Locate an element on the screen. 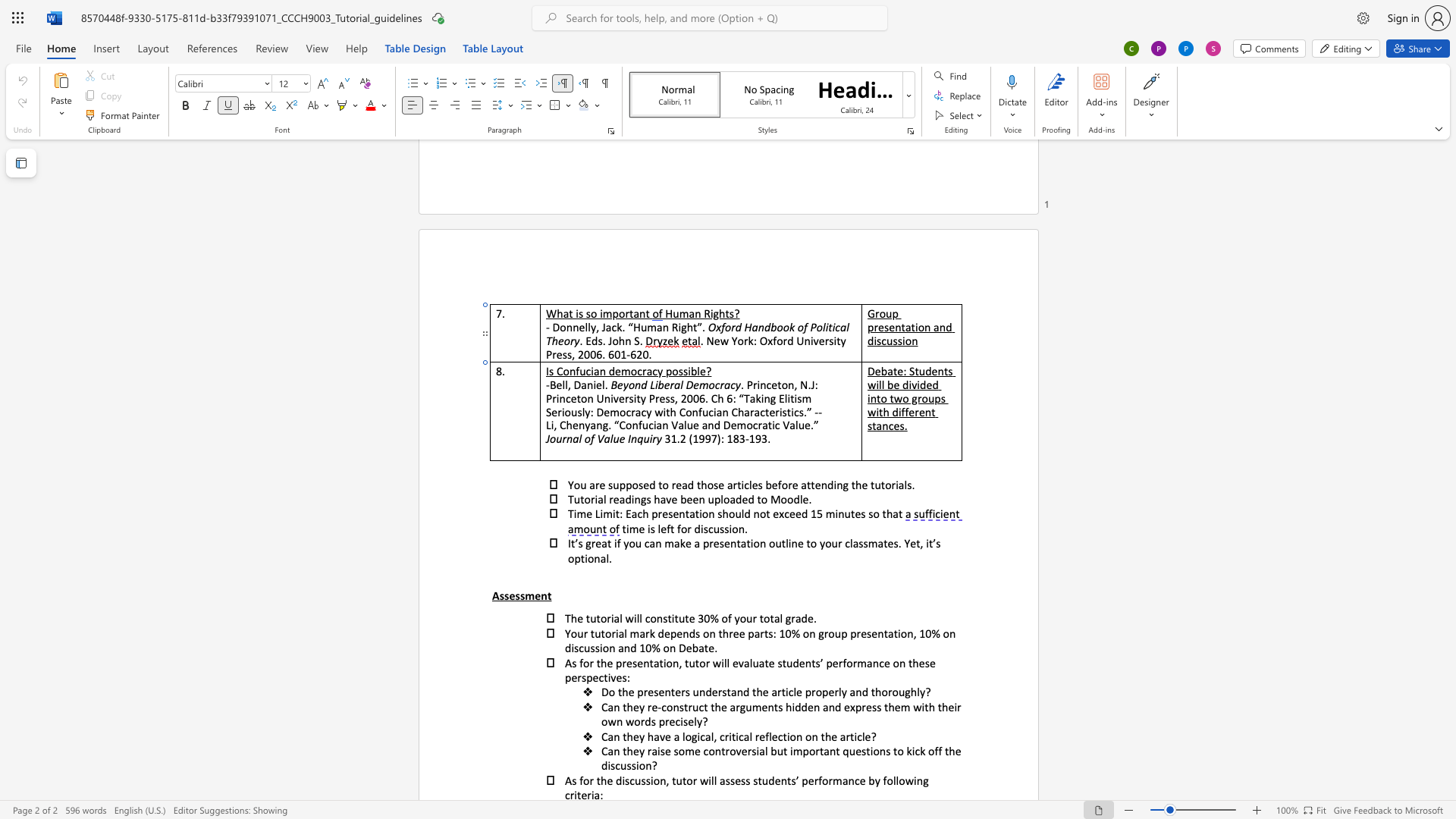  the space between the continuous character "s" and "s" in the text is located at coordinates (723, 528).